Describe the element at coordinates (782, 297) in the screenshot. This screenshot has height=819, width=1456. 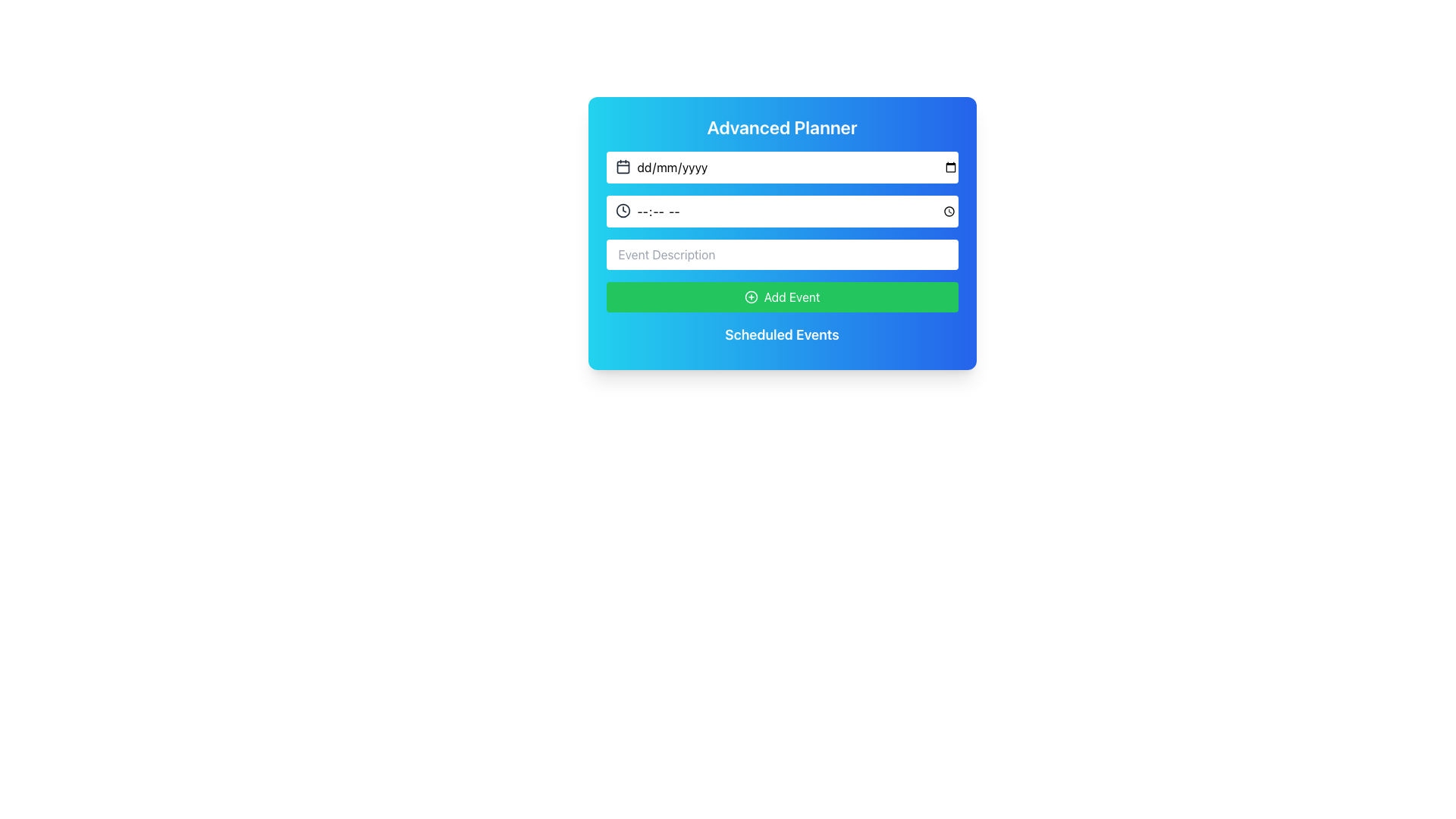
I see `the 'Add Event' button, which is a green rectangular button with rounded corners located near the bottom of the form` at that location.